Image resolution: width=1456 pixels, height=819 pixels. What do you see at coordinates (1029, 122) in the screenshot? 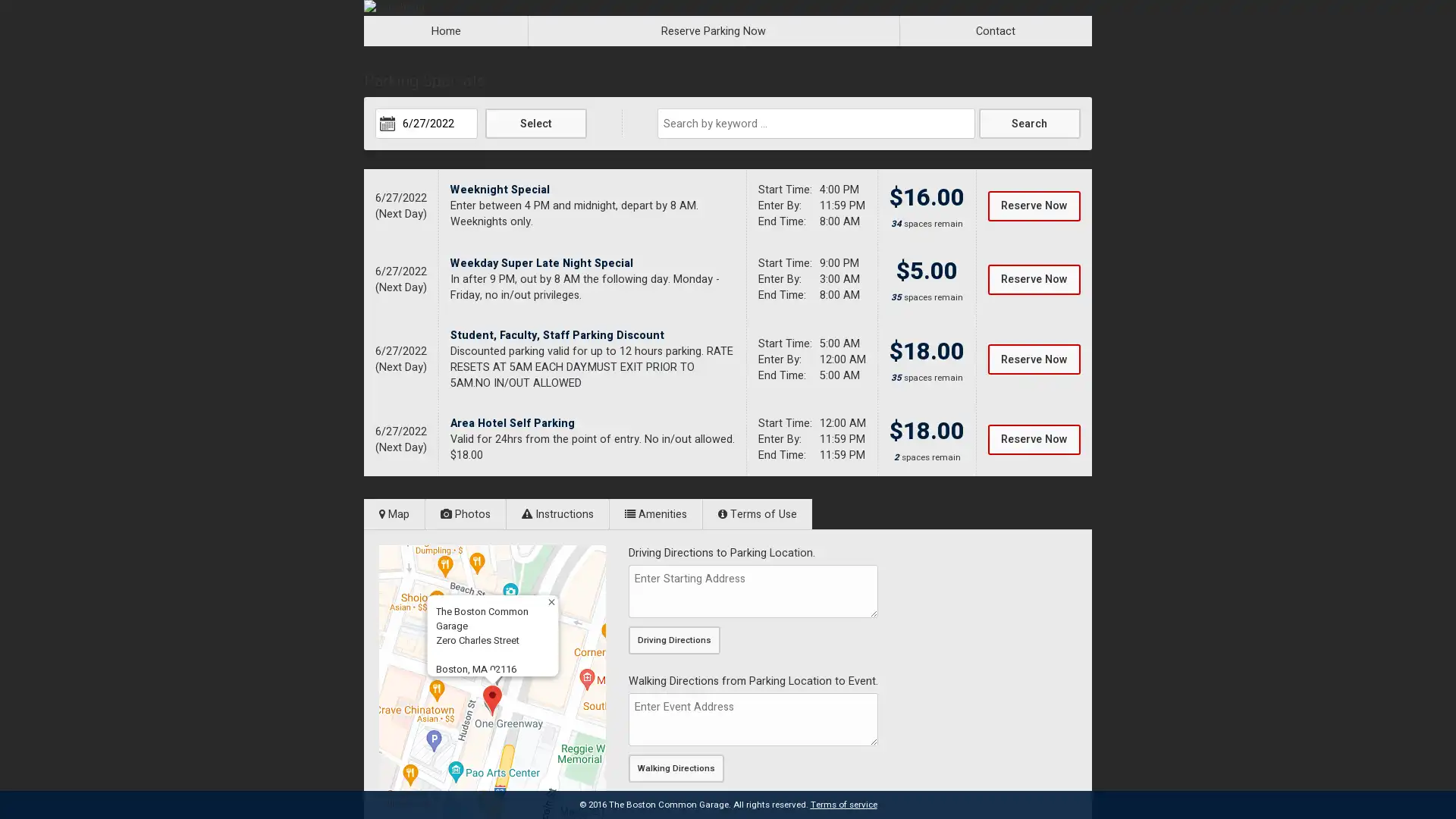
I see `Search` at bounding box center [1029, 122].